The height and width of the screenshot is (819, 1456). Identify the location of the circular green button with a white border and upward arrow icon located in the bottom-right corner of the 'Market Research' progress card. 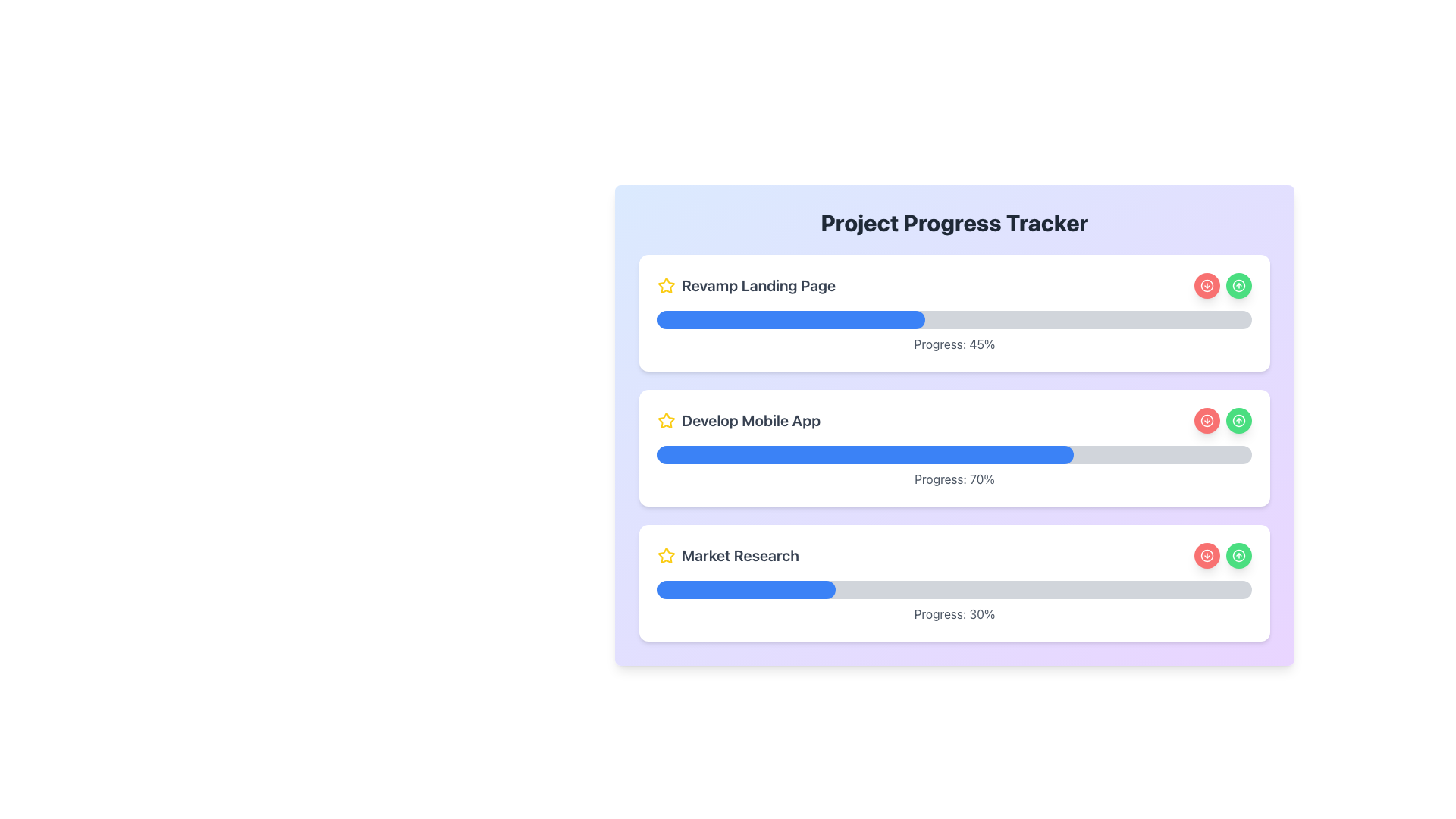
(1238, 555).